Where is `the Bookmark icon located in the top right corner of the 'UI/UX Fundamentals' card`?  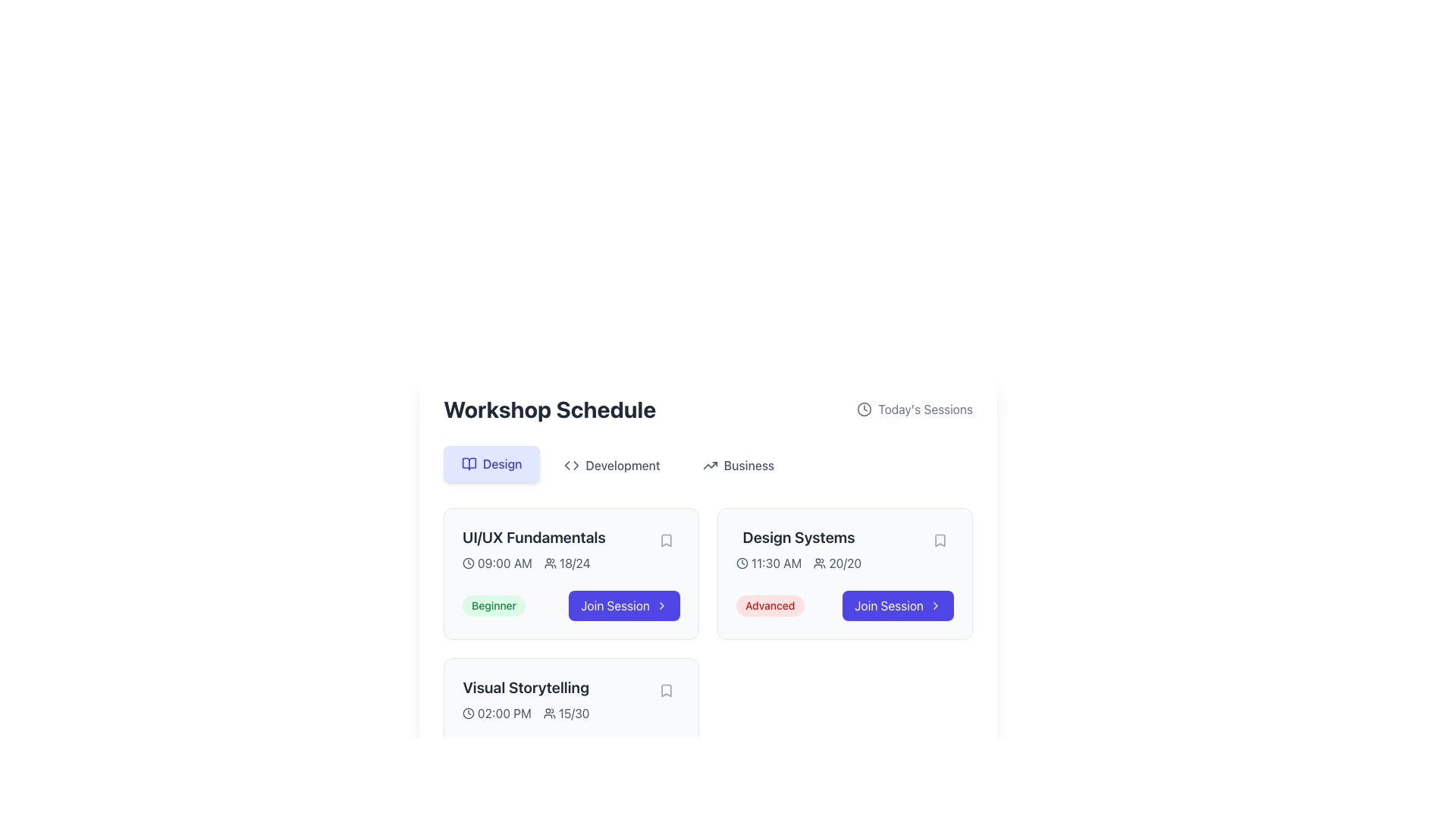
the Bookmark icon located in the top right corner of the 'UI/UX Fundamentals' card is located at coordinates (666, 540).